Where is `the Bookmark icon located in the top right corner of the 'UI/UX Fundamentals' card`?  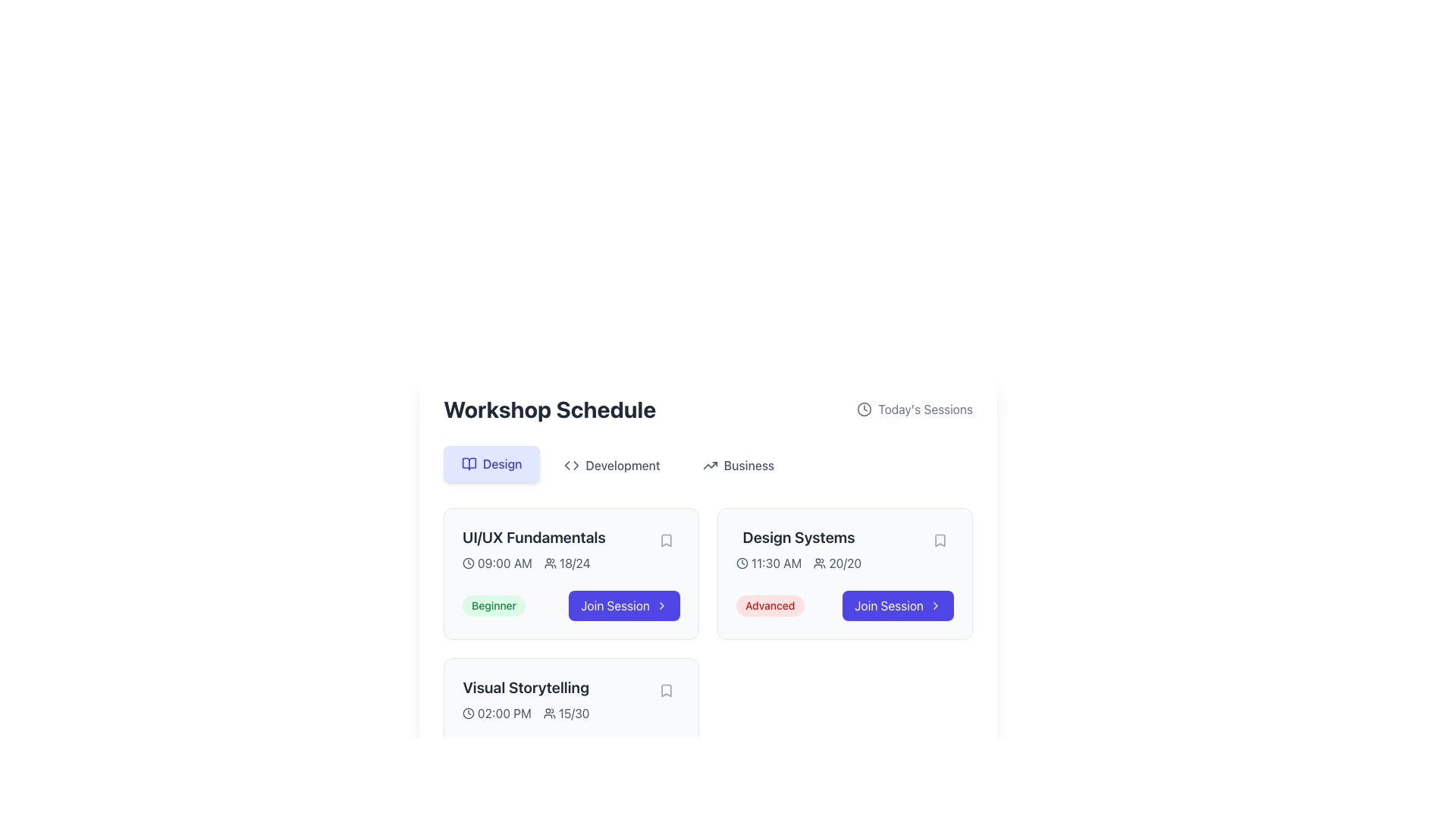
the Bookmark icon located in the top right corner of the 'UI/UX Fundamentals' card is located at coordinates (666, 540).